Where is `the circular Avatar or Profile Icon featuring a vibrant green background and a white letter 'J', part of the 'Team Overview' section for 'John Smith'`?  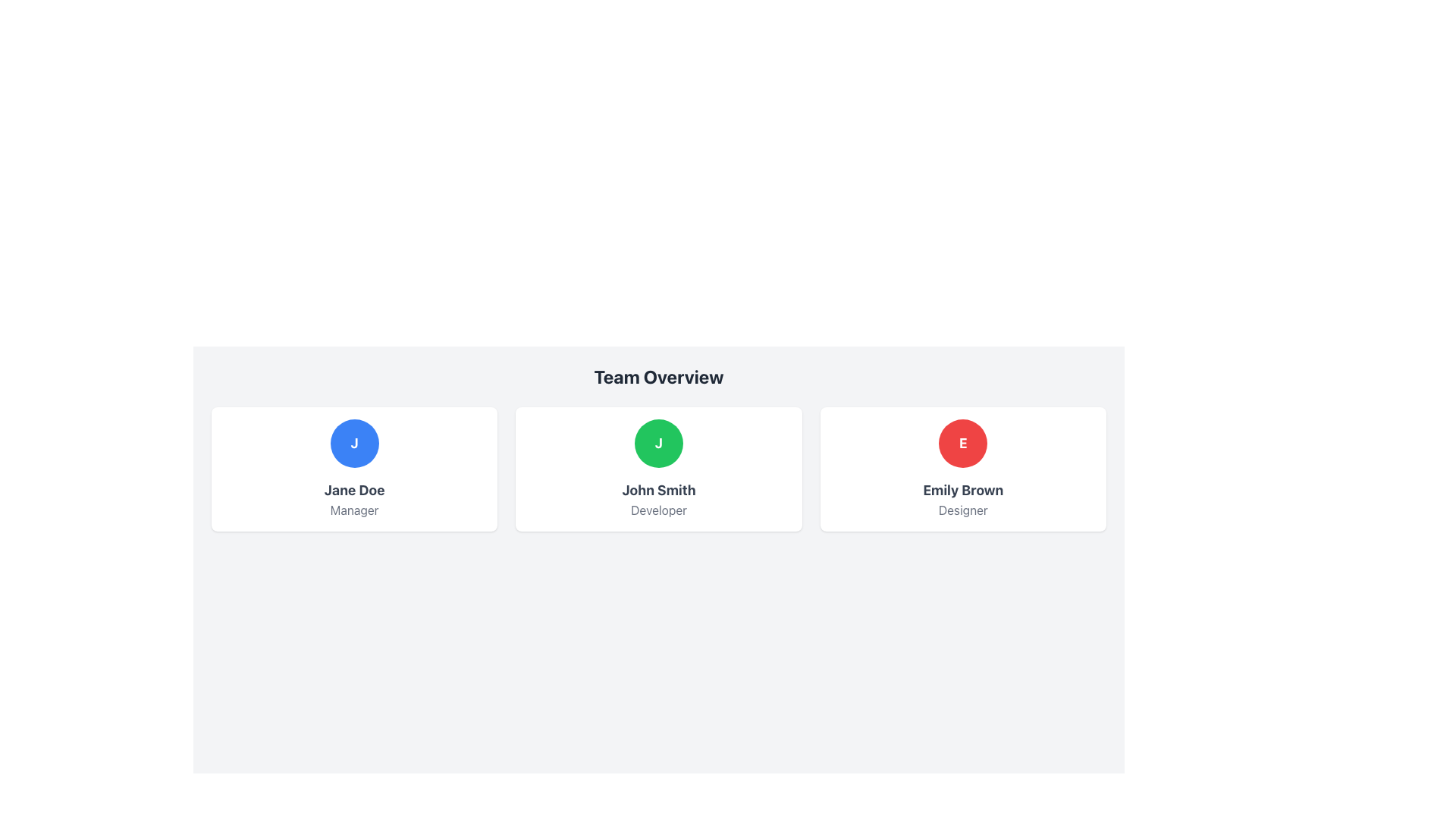 the circular Avatar or Profile Icon featuring a vibrant green background and a white letter 'J', part of the 'Team Overview' section for 'John Smith' is located at coordinates (658, 444).